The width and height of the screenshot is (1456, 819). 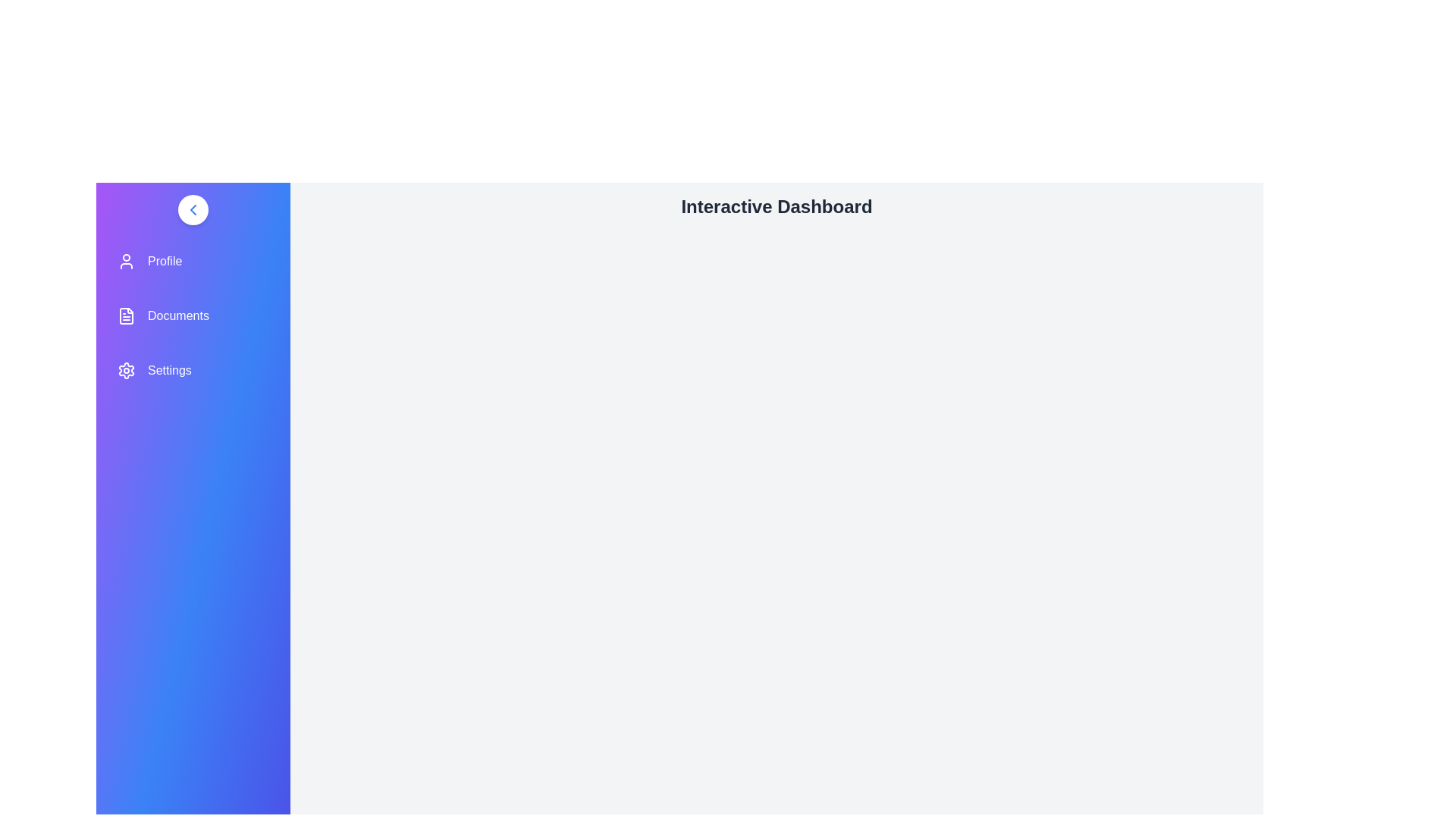 What do you see at coordinates (192, 260) in the screenshot?
I see `the menu item Profile` at bounding box center [192, 260].